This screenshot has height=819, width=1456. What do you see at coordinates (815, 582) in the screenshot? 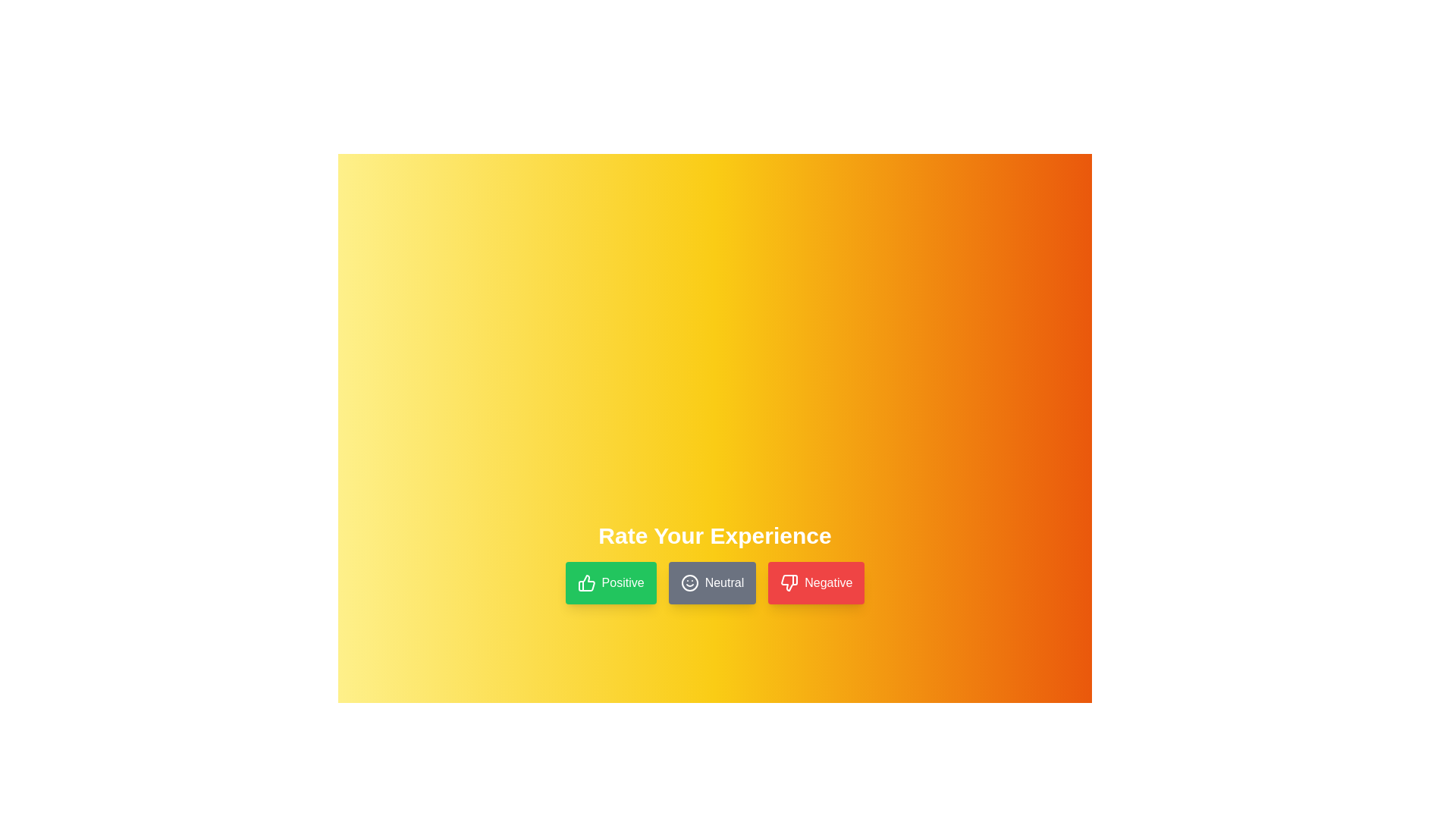
I see `the red button labeled 'Negative' with a thumbs-down icon` at bounding box center [815, 582].